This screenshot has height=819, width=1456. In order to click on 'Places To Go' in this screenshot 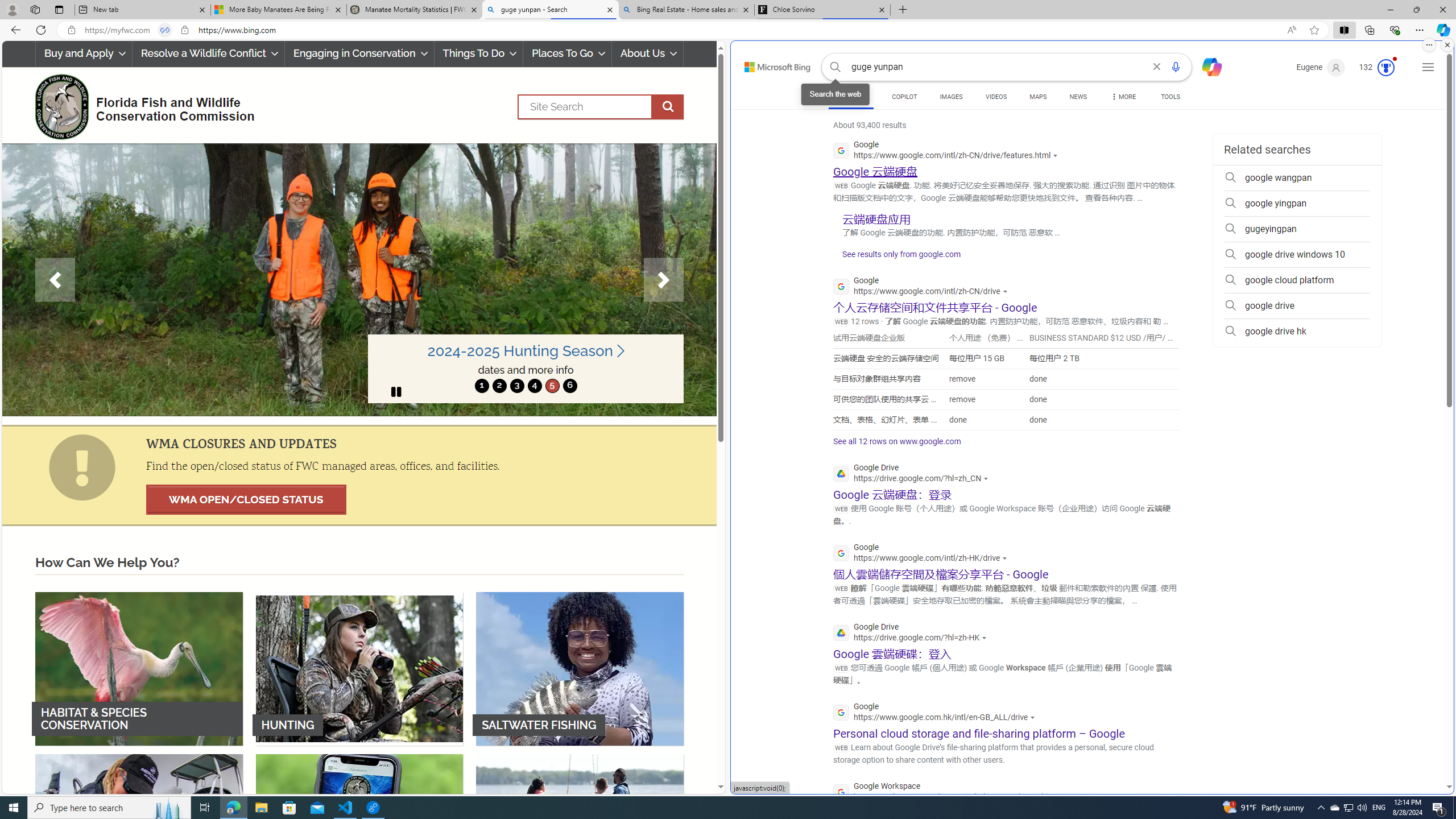, I will do `click(566, 53)`.